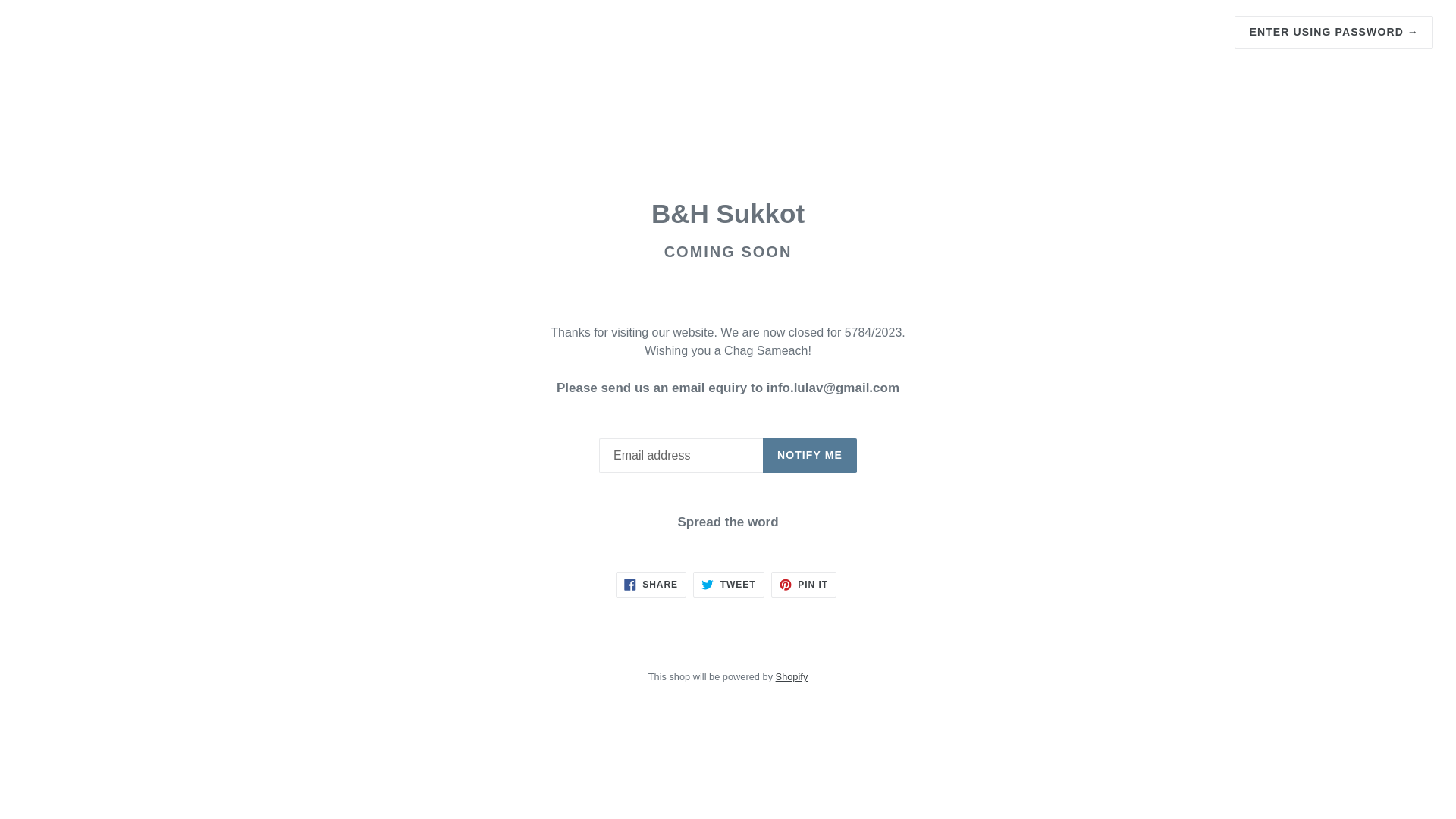  I want to click on 'Shopify', so click(791, 676).